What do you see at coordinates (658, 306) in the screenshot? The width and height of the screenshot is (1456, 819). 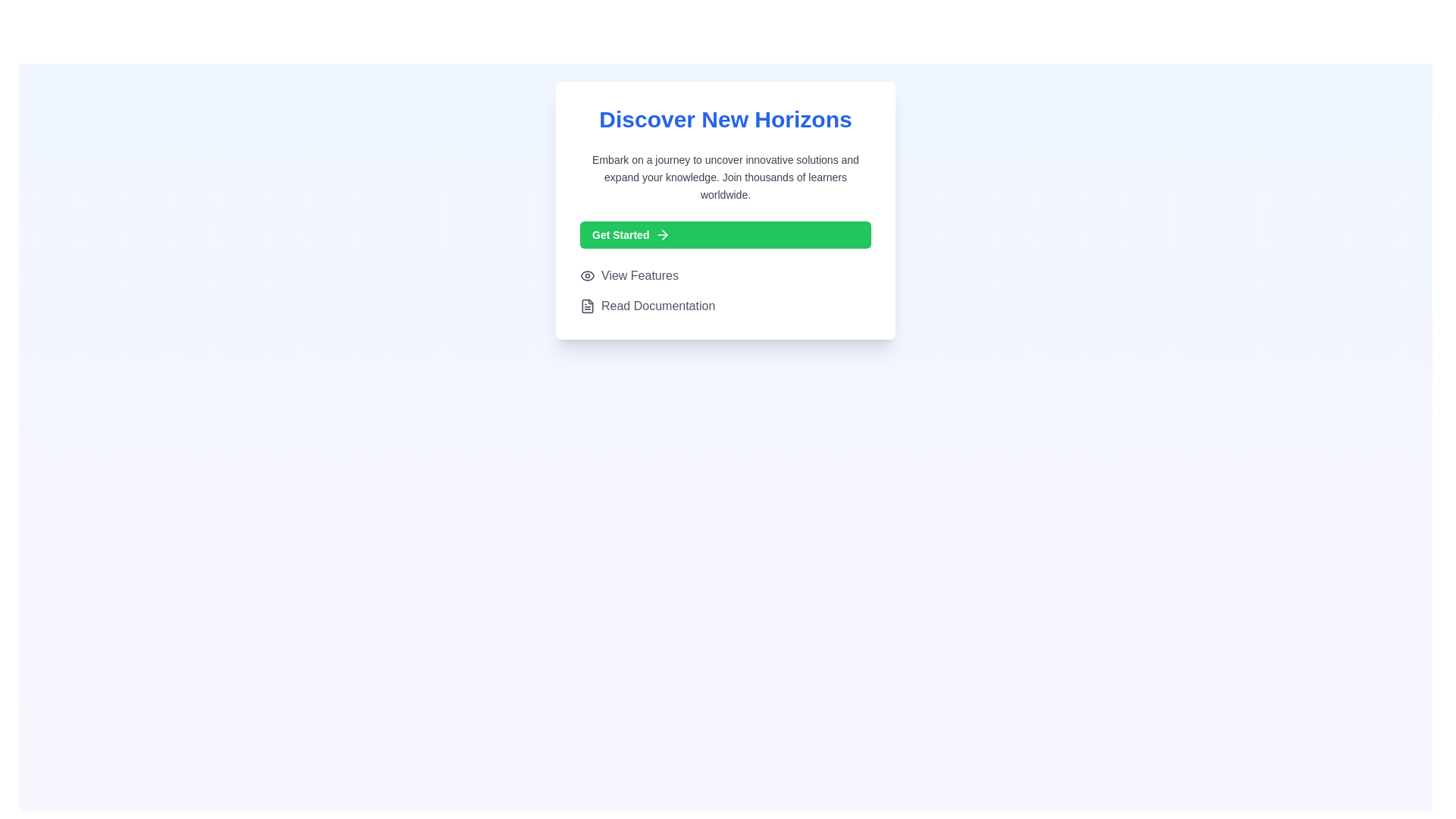 I see `the navigational text link located below 'View Features'` at bounding box center [658, 306].